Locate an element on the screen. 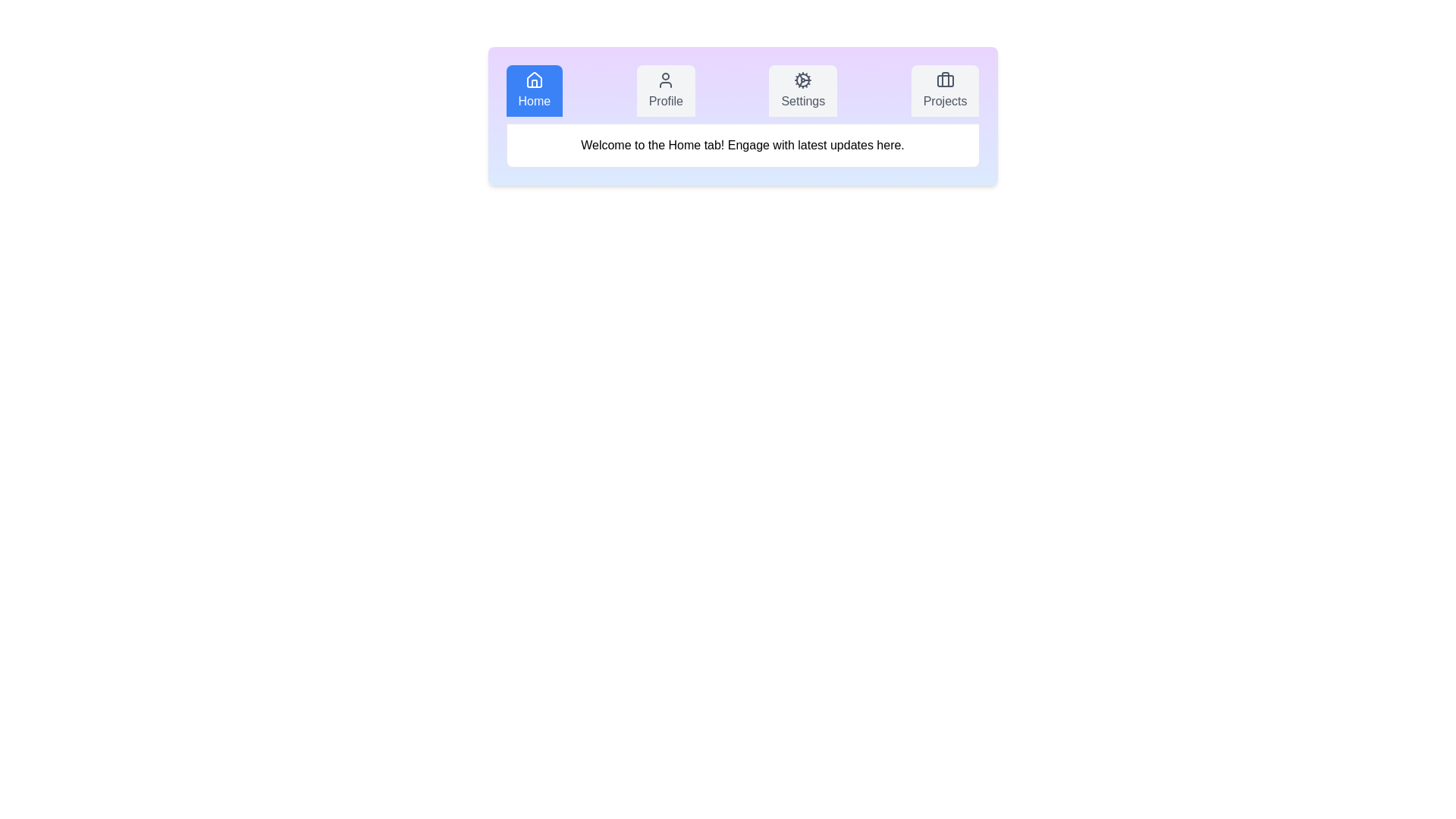  the user icon representing a person with gray outlines, located above the label 'Profile' in the navigation bar is located at coordinates (666, 80).